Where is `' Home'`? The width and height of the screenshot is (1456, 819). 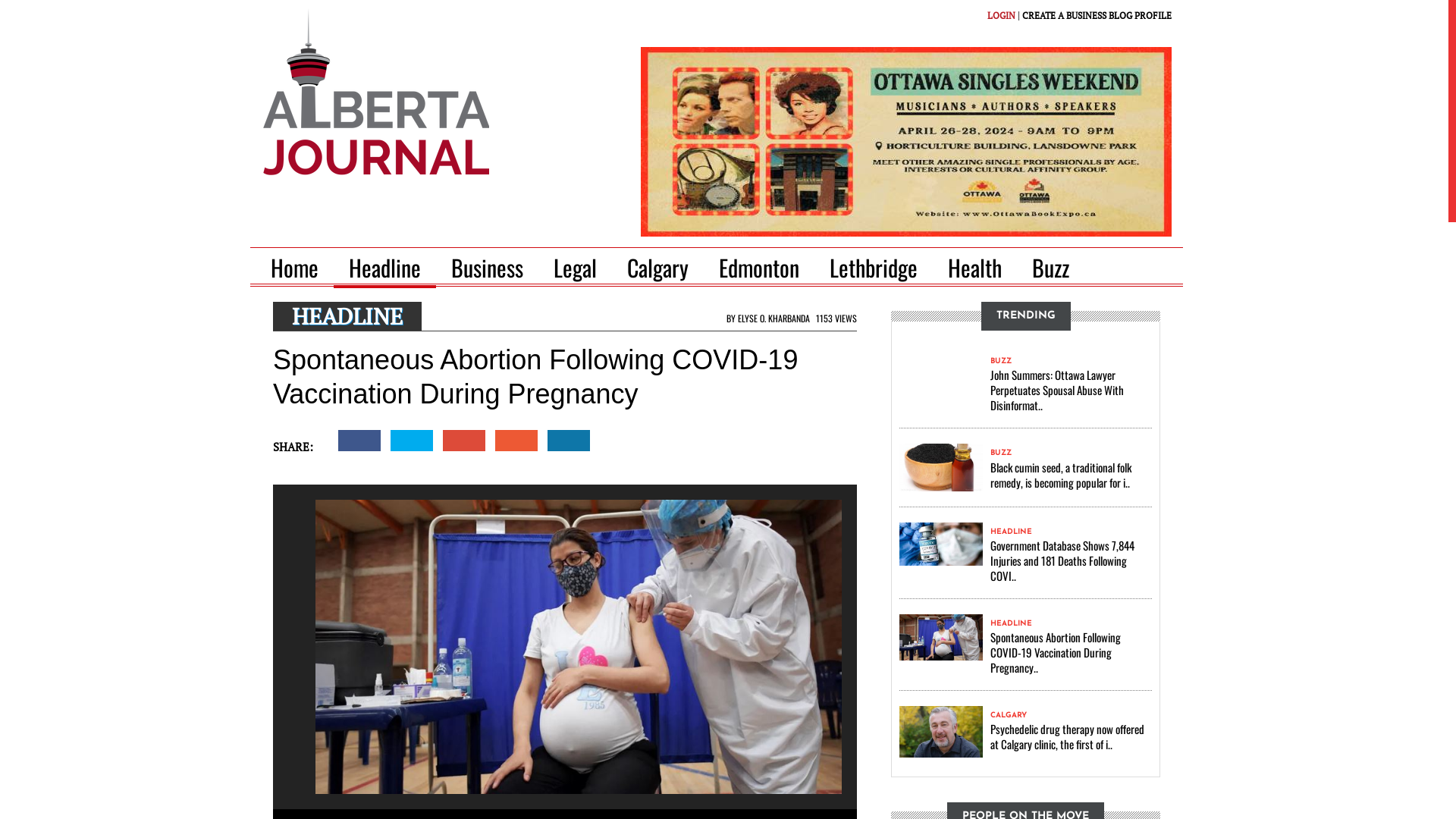 ' Home' is located at coordinates (299, 267).